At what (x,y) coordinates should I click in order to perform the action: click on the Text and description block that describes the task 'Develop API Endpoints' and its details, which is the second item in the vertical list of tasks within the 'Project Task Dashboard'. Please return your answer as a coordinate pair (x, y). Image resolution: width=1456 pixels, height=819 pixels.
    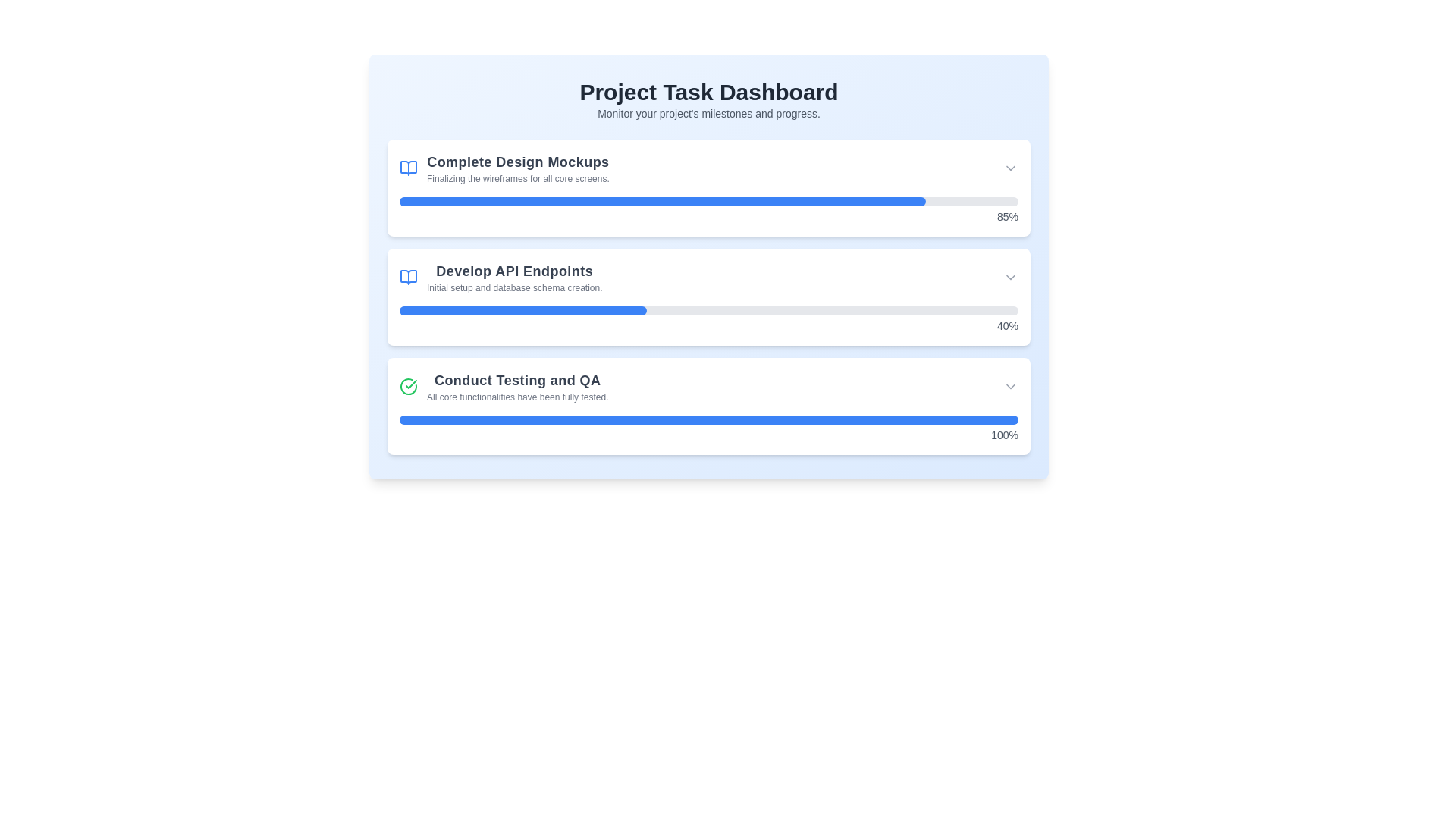
    Looking at the image, I should click on (514, 278).